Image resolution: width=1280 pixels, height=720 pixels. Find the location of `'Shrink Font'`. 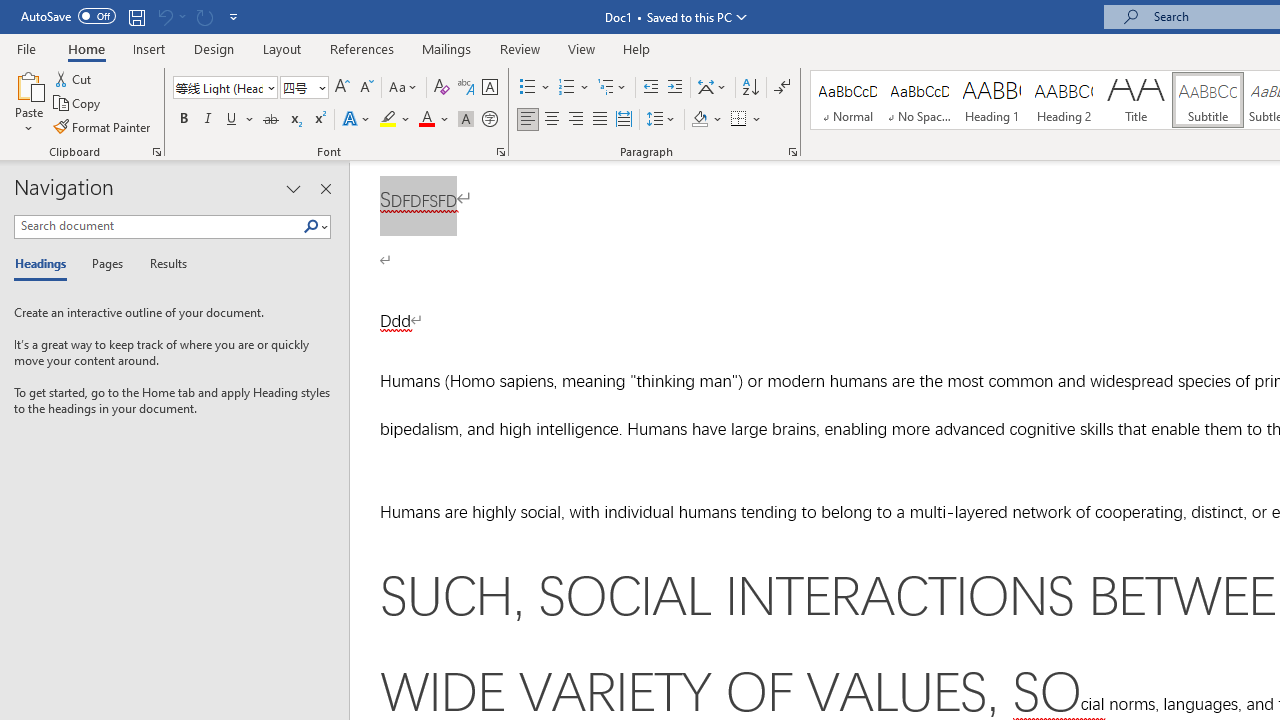

'Shrink Font' is located at coordinates (366, 86).